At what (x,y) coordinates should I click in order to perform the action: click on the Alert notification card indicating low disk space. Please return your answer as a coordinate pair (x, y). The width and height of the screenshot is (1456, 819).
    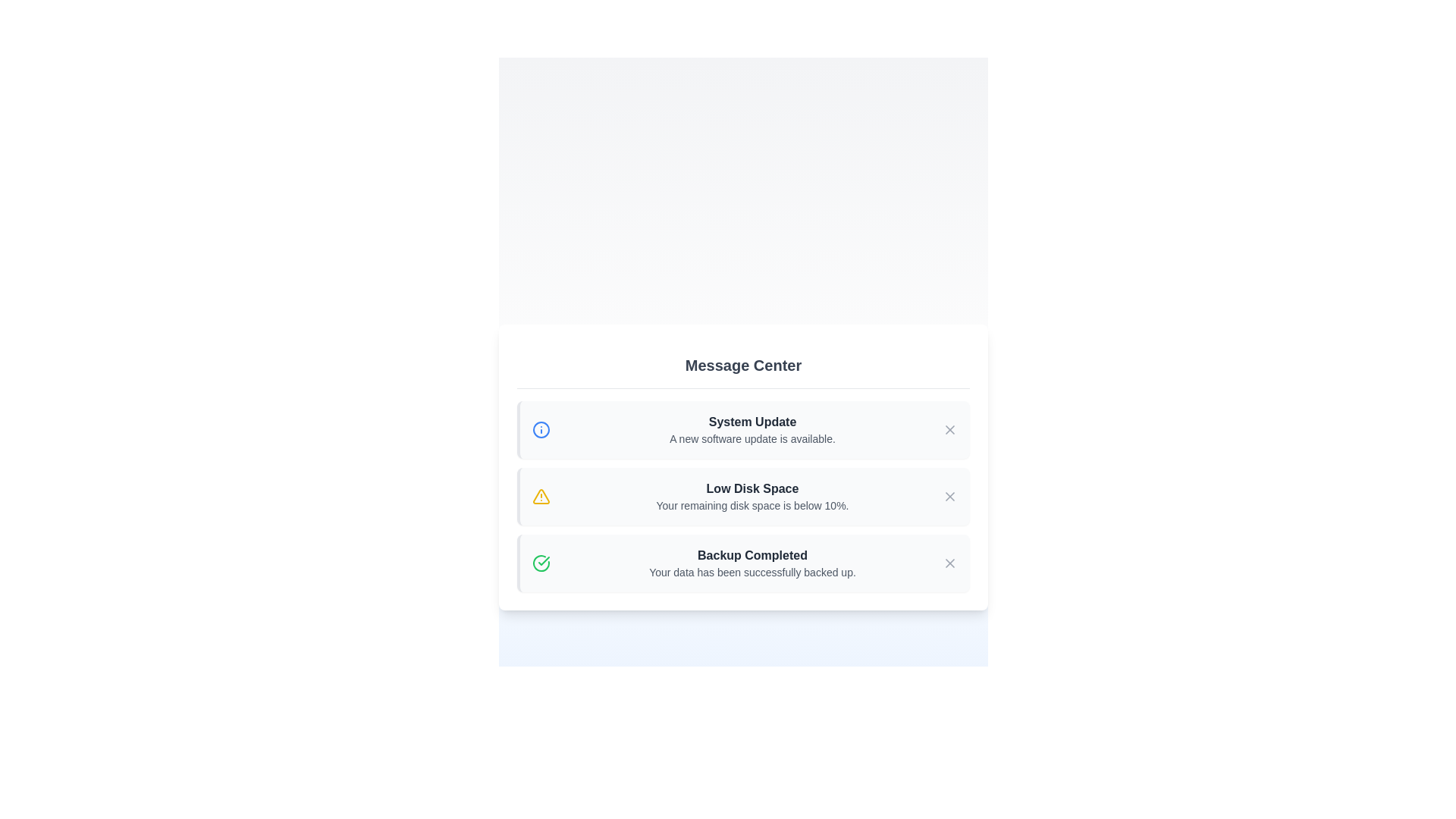
    Looking at the image, I should click on (743, 496).